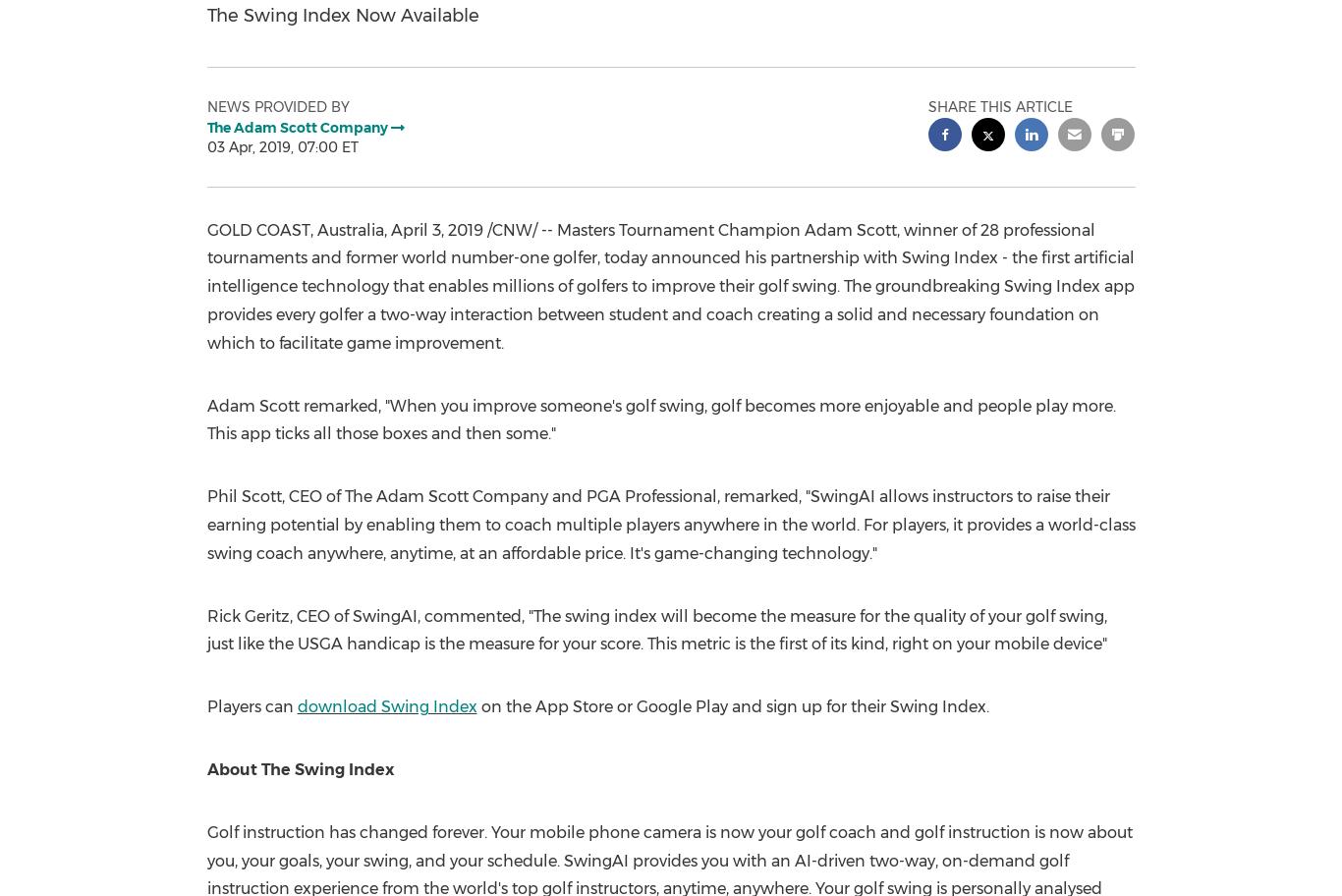 The image size is (1342, 896). What do you see at coordinates (300, 768) in the screenshot?
I see `'About The Swing Index'` at bounding box center [300, 768].